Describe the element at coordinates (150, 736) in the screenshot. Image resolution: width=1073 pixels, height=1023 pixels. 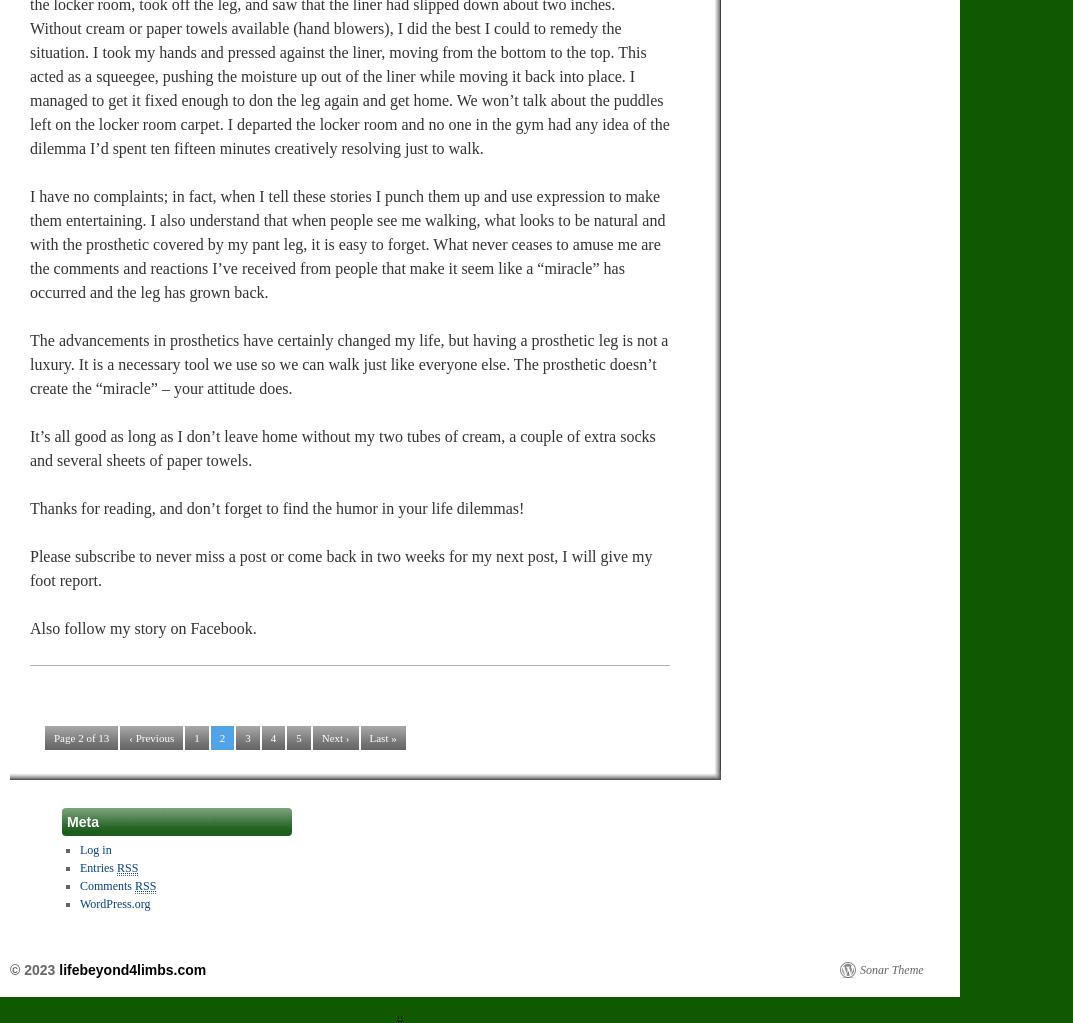
I see `'‹ Previous'` at that location.